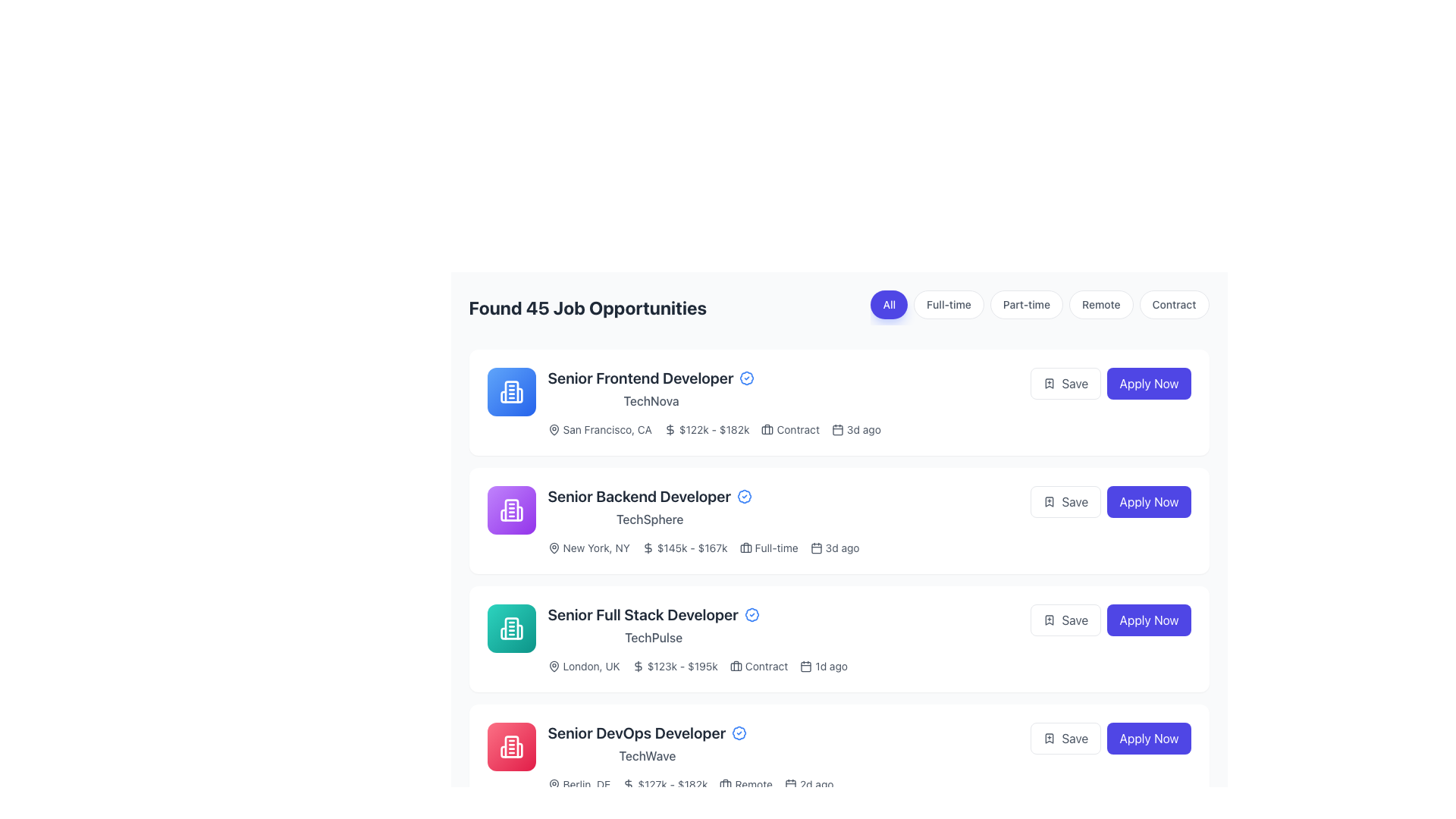  I want to click on the Decorative SVG component that is part of the briefcase icon for a job opportunity listing, located on the left side of the job entry, so click(745, 548).